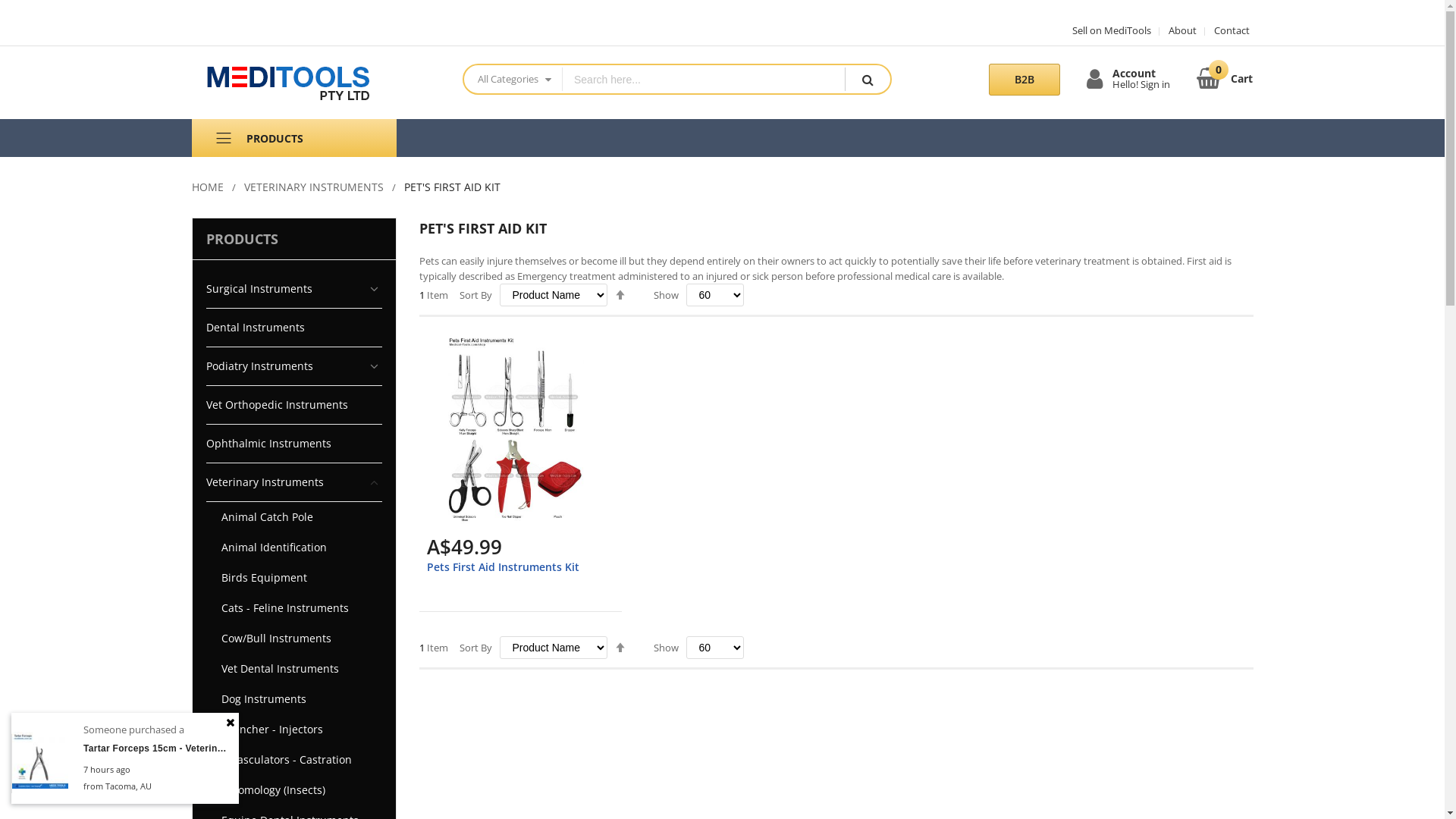  Describe the element at coordinates (294, 327) in the screenshot. I see `'Dental Instruments'` at that location.